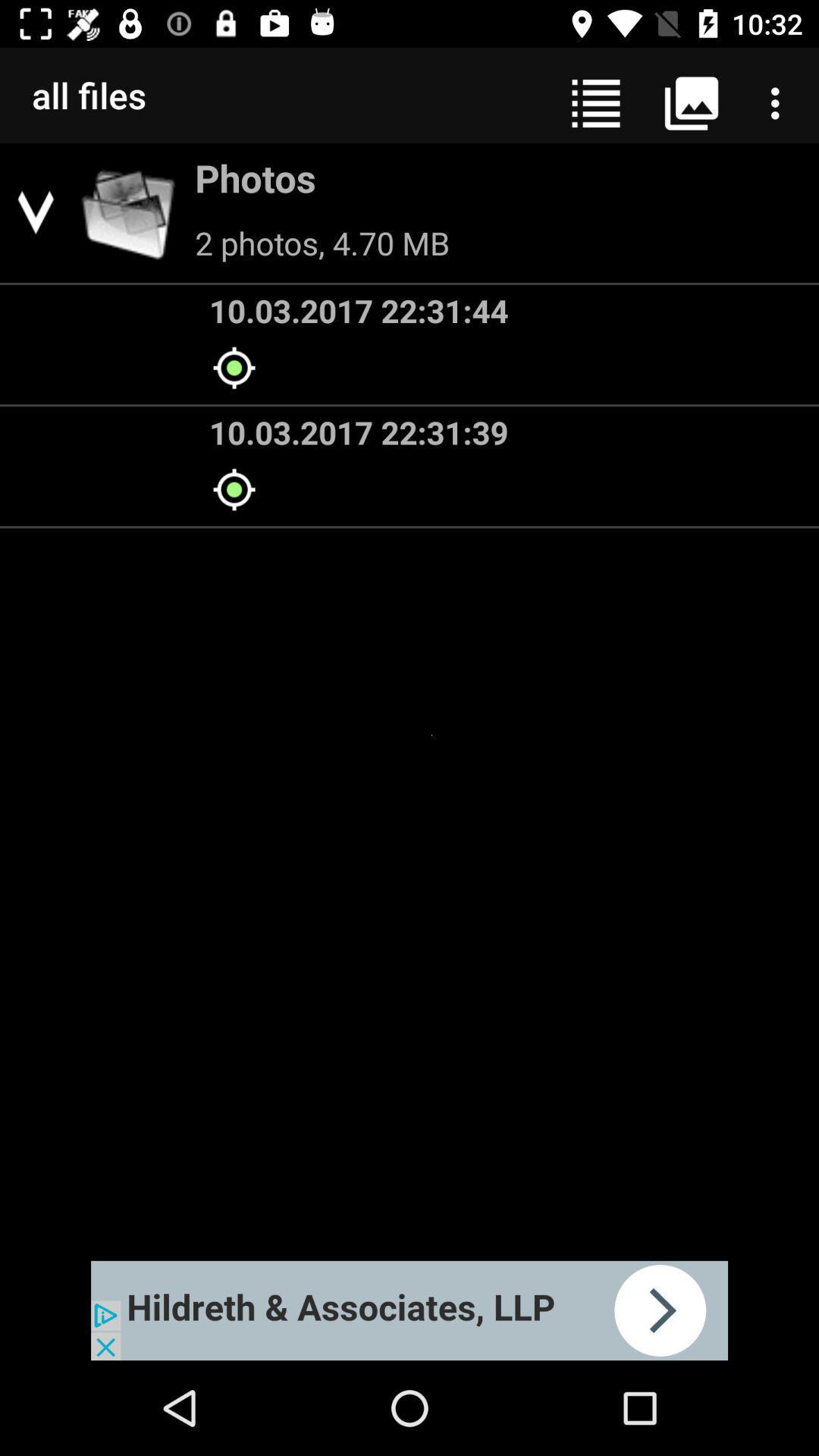 This screenshot has height=1456, width=819. Describe the element at coordinates (409, 1310) in the screenshot. I see `space where you access advertising` at that location.